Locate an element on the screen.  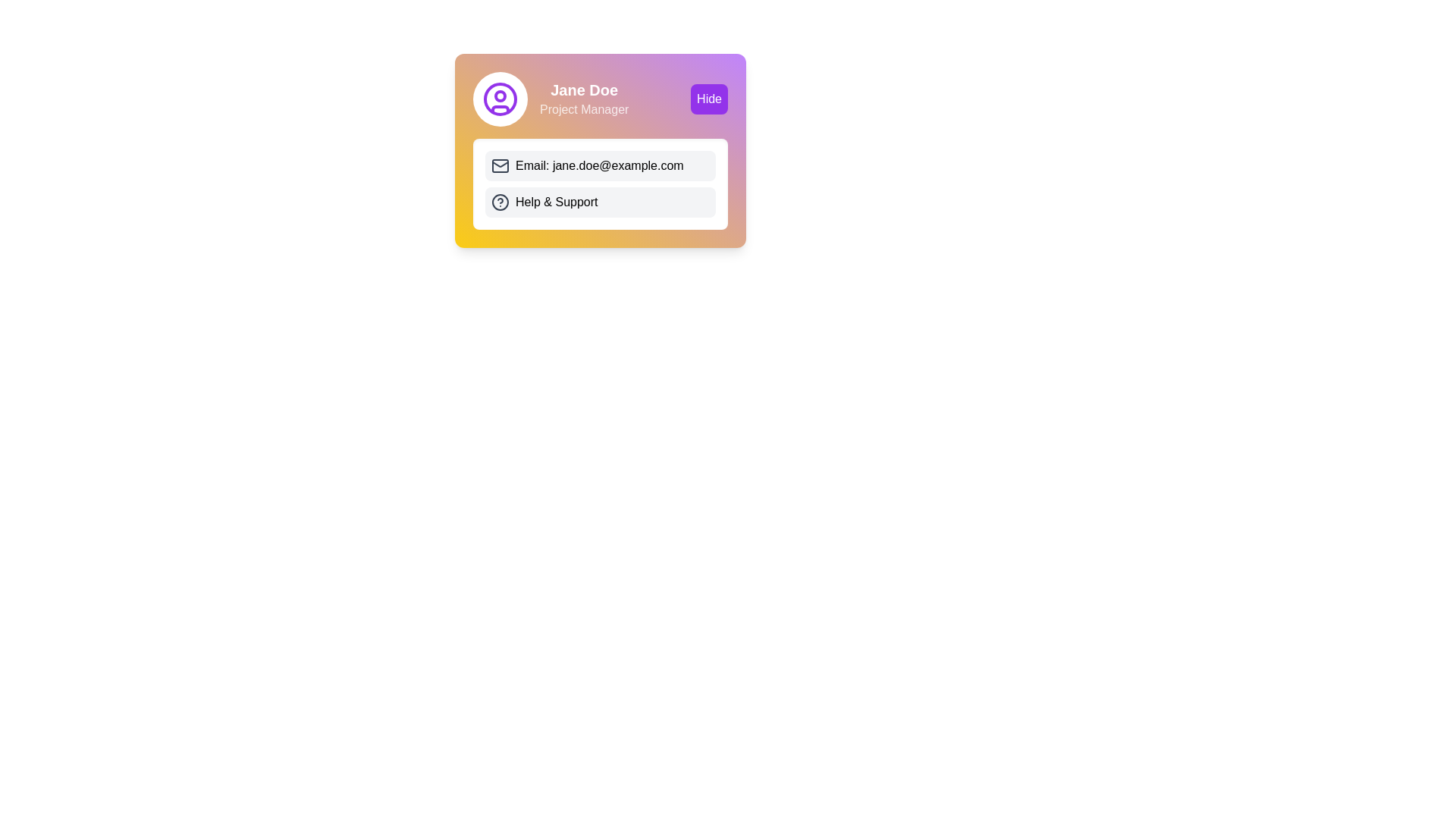
the circular gray icon with a question mark symbol located within the 'Help & Support' button, positioned to the left of the button's text label is located at coordinates (500, 201).